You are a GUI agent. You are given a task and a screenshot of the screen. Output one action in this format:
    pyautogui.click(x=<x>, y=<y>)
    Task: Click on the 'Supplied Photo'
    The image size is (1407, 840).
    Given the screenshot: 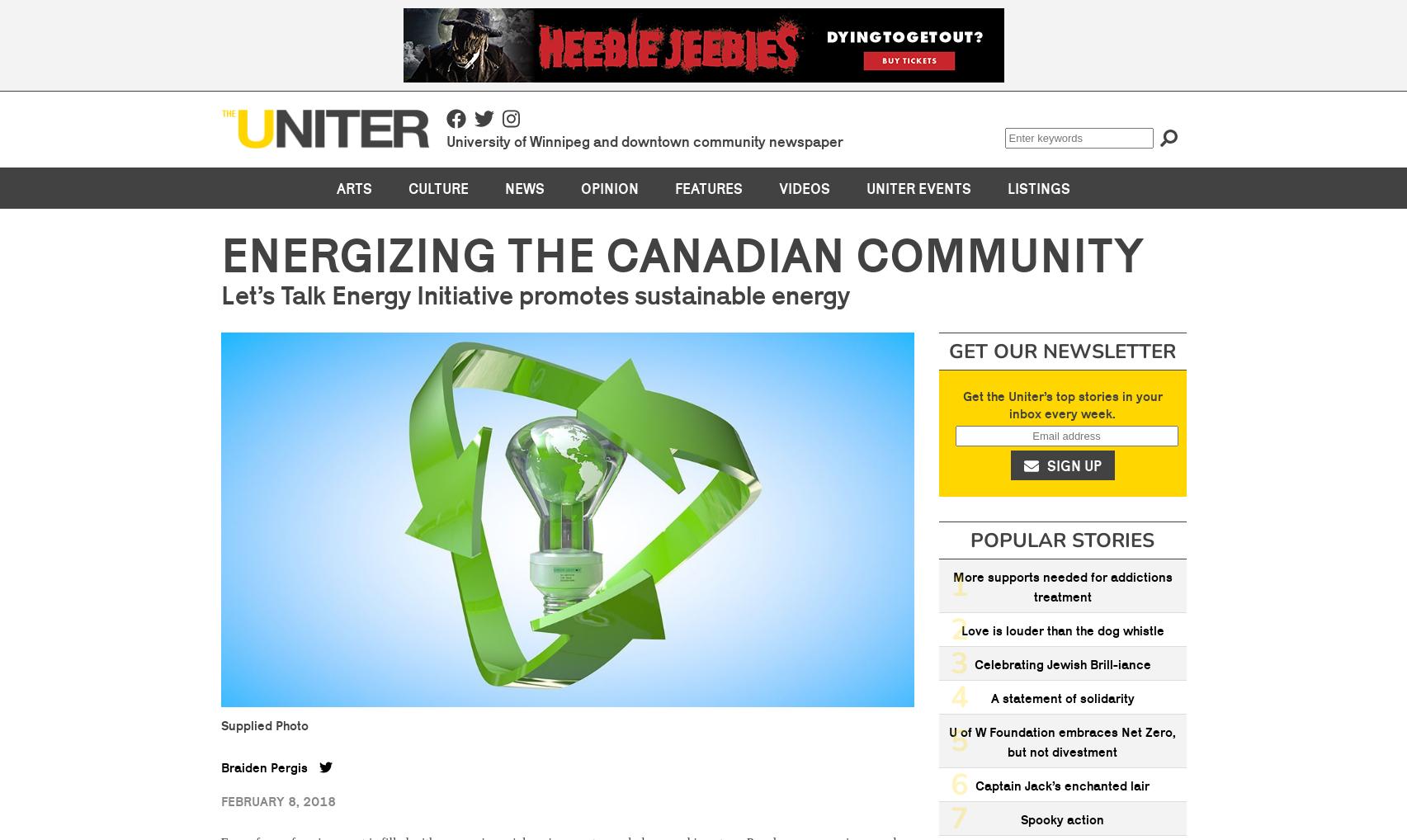 What is the action you would take?
    pyautogui.click(x=263, y=724)
    